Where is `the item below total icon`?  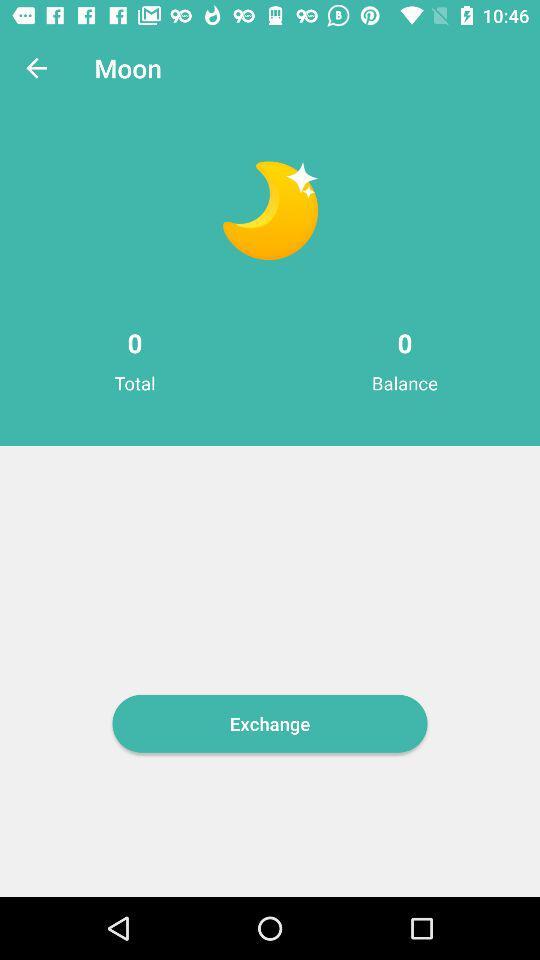
the item below total icon is located at coordinates (270, 722).